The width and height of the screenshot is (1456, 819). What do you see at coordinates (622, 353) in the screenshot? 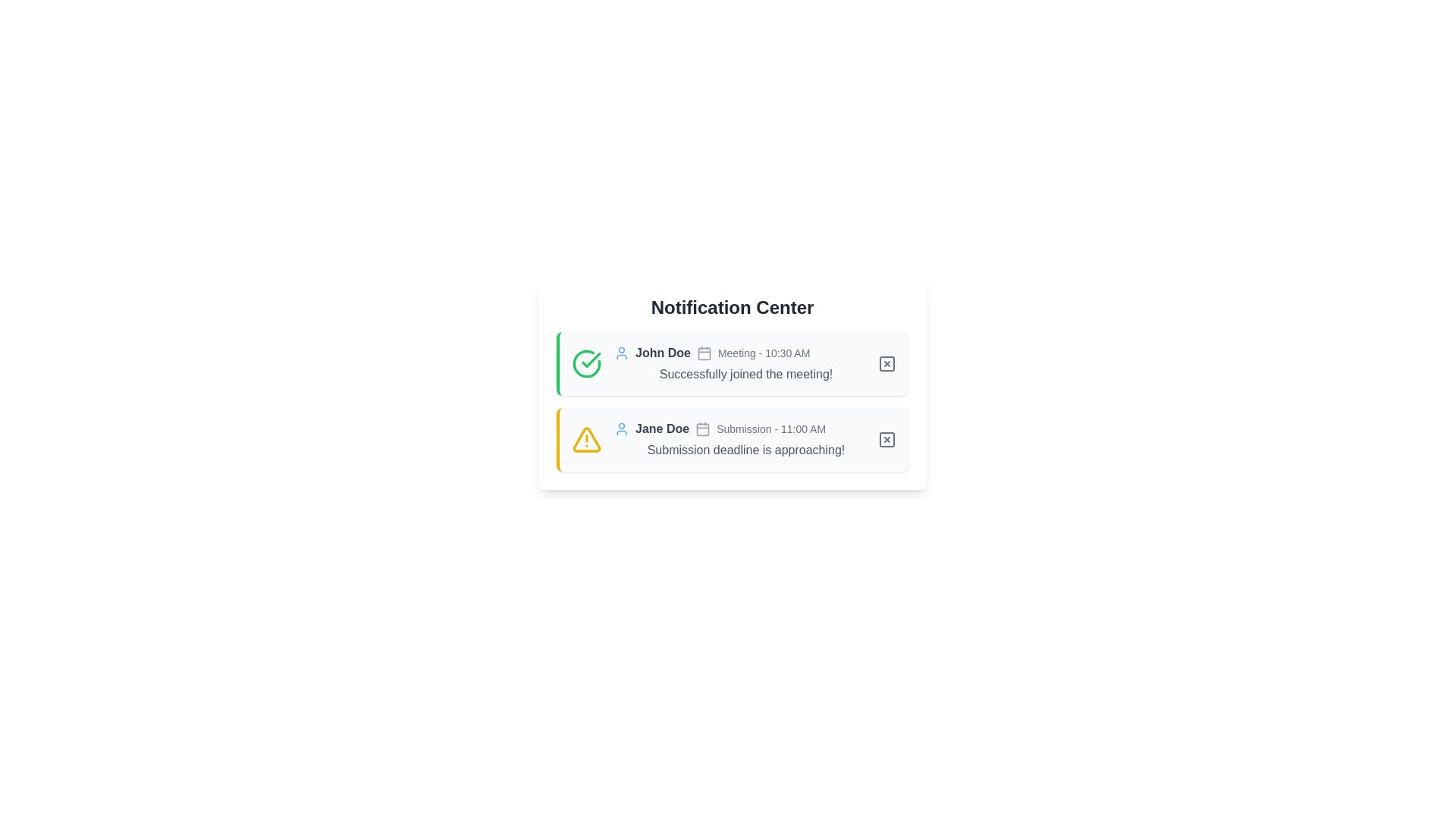
I see `the small user icon depicted in a simplistic style with a round head and semi-circular body outline, located at the leftmost position in the first entry of the notification list adjacent to the name 'John Doe'` at bounding box center [622, 353].